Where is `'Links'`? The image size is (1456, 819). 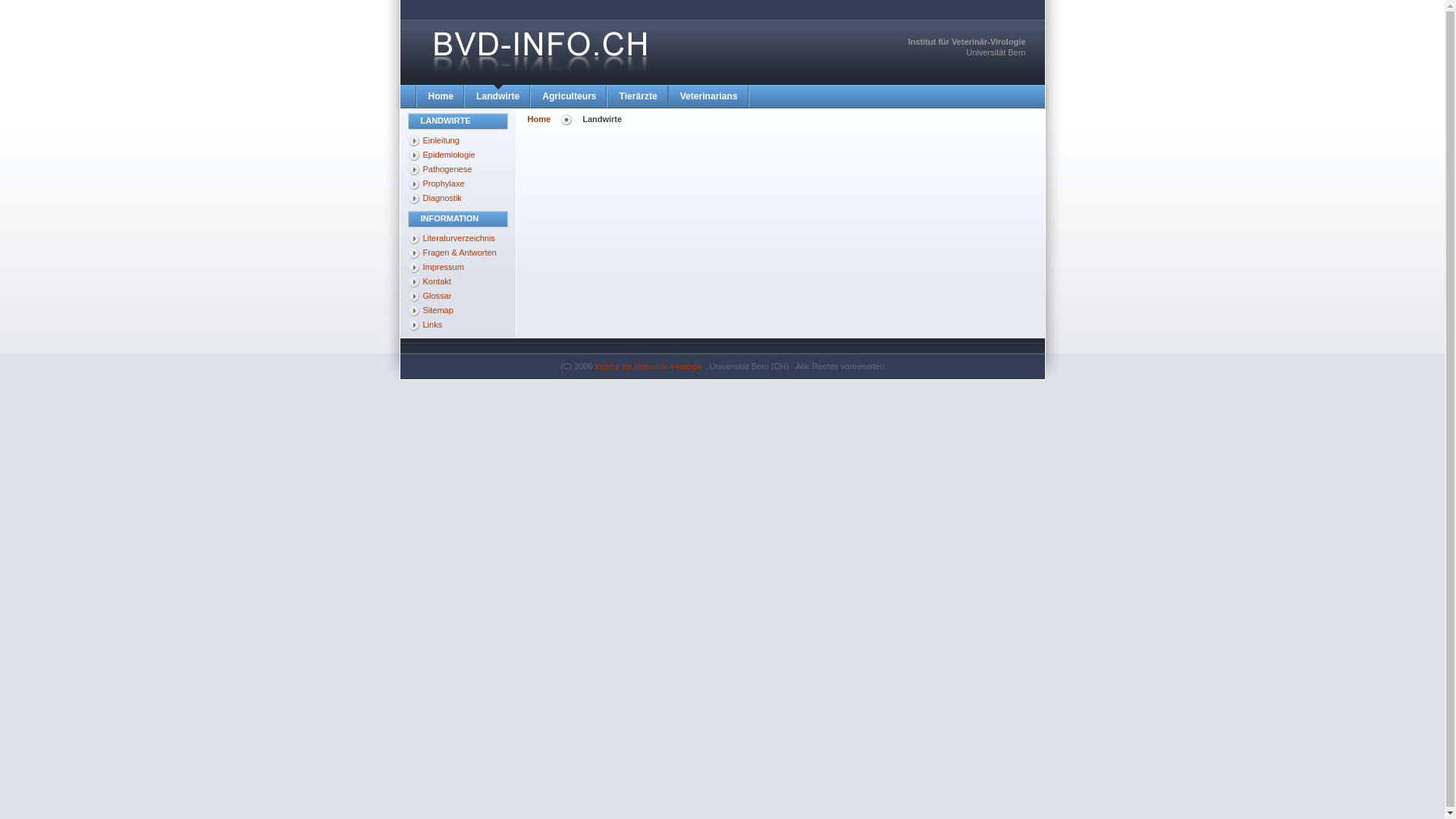
'Links' is located at coordinates (457, 324).